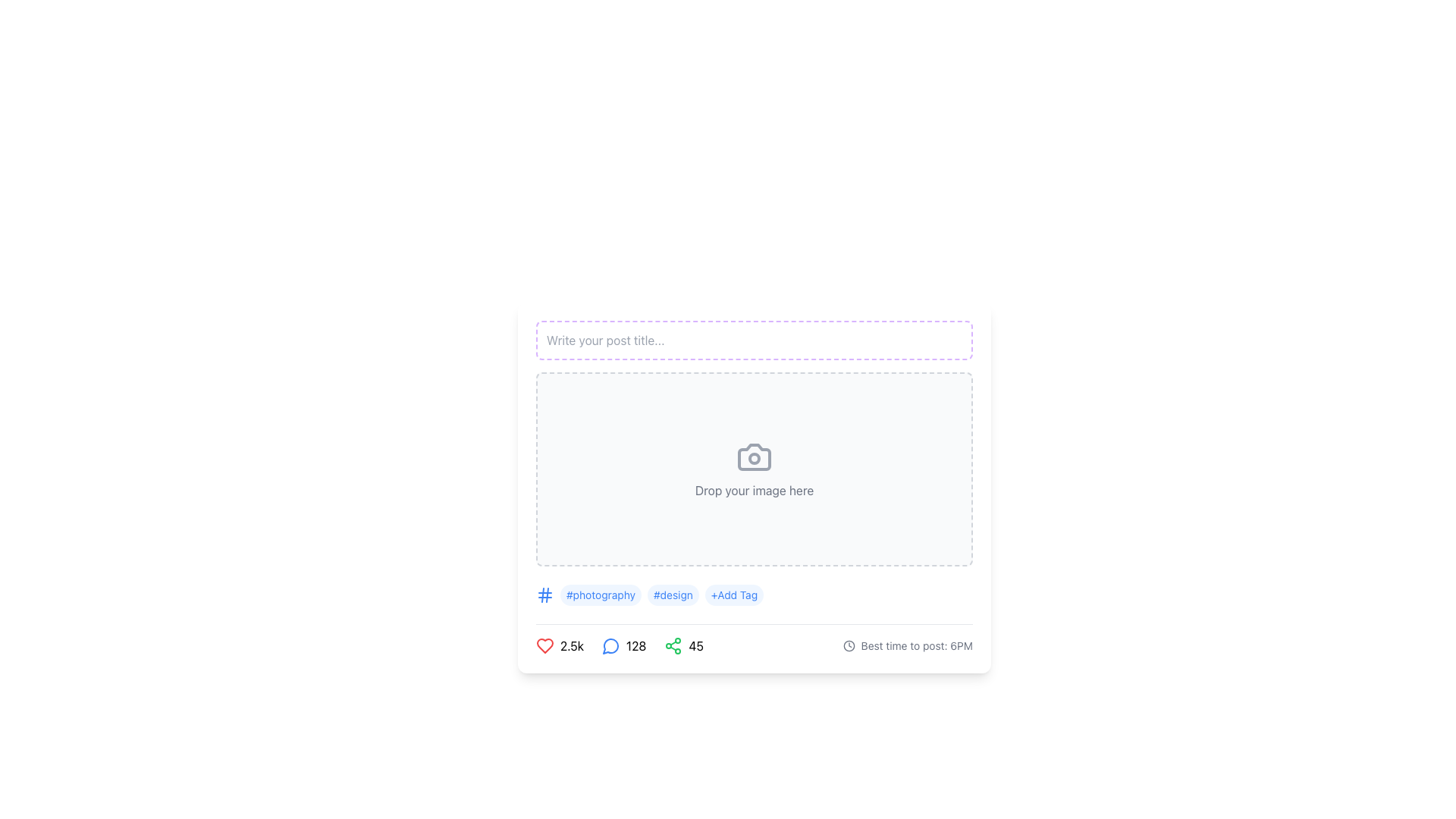  I want to click on the text label displaying the count of interactions, which is positioned to the right of the green share icon in the lower portion of the interface, so click(695, 646).